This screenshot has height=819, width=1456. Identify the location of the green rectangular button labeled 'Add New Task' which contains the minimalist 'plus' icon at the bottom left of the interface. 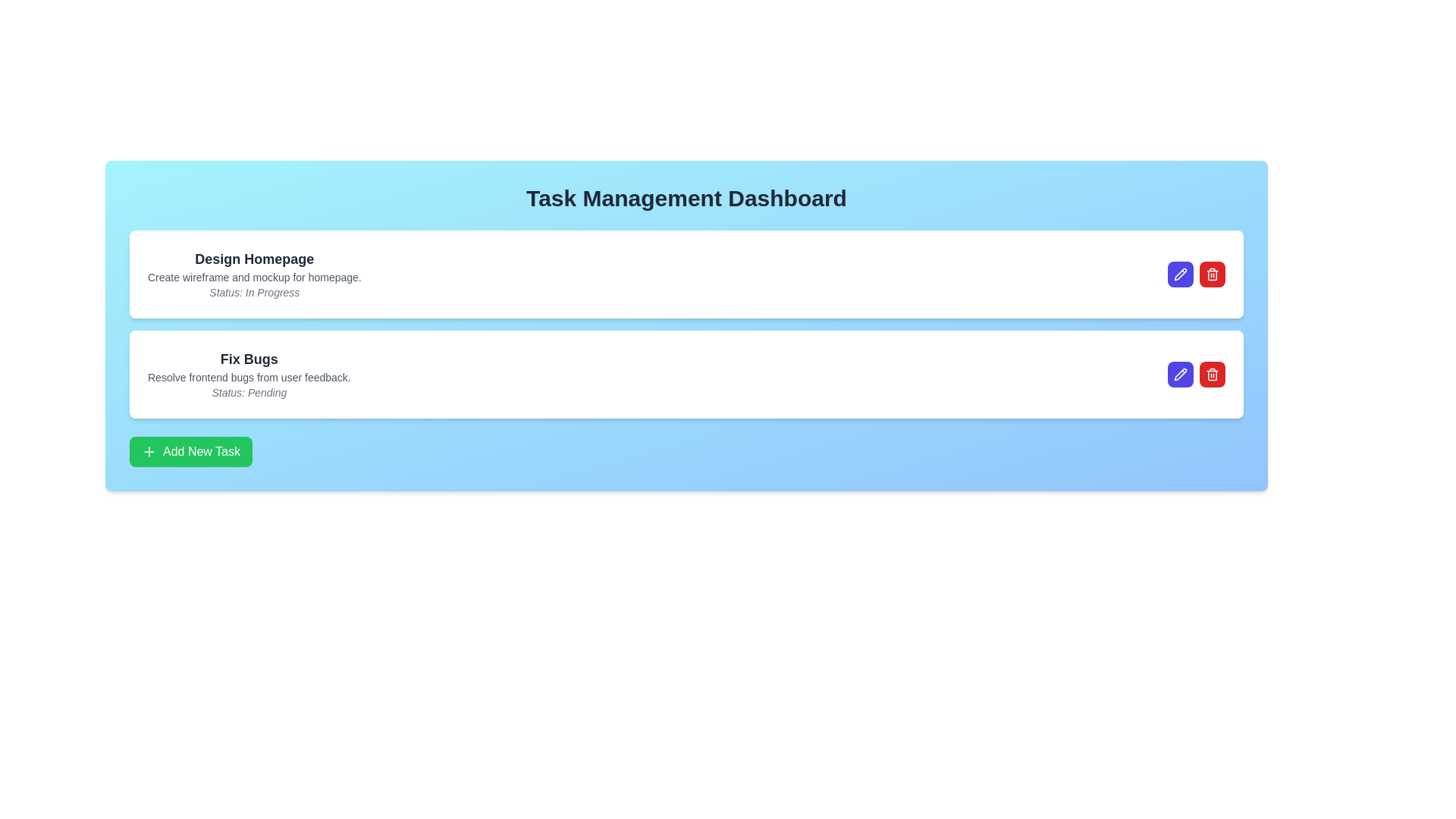
(149, 451).